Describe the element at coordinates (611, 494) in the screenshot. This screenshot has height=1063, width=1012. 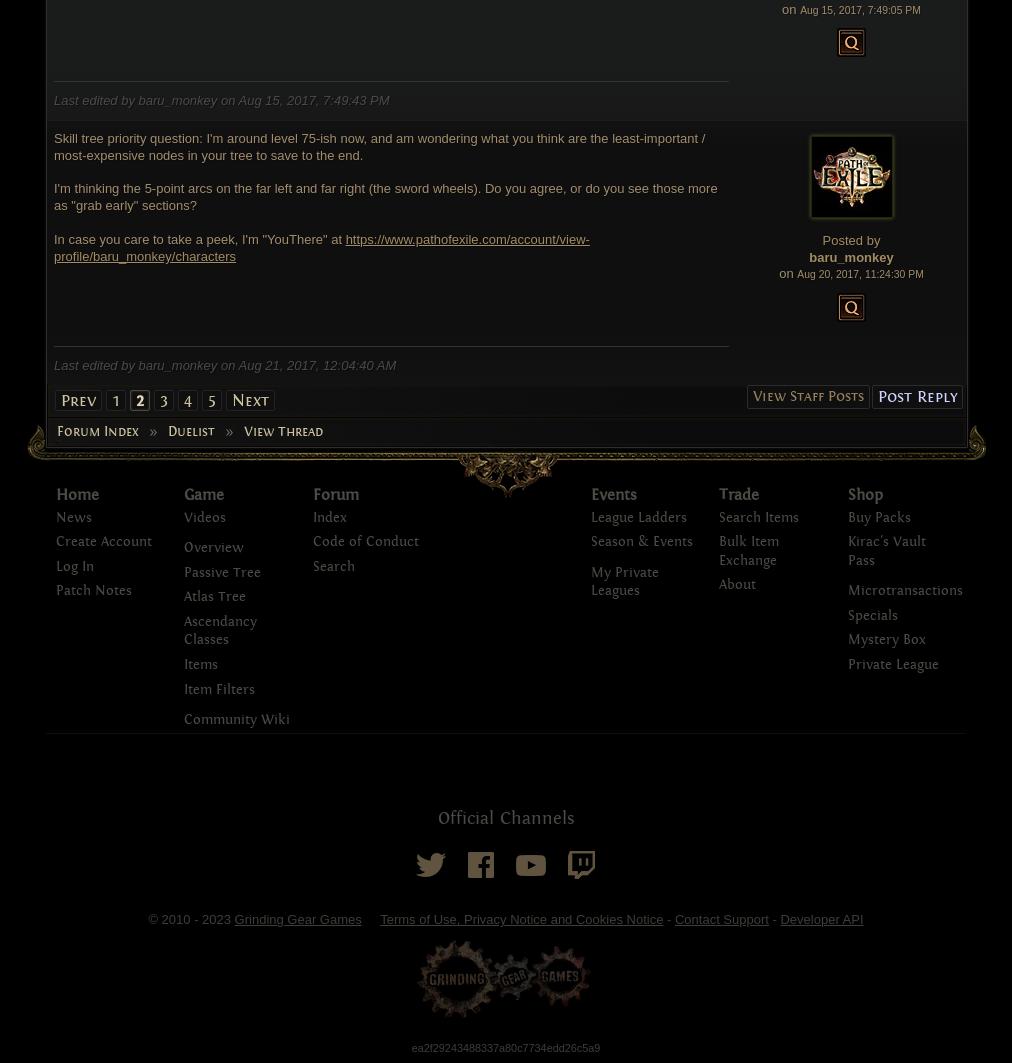
I see `'Events'` at that location.